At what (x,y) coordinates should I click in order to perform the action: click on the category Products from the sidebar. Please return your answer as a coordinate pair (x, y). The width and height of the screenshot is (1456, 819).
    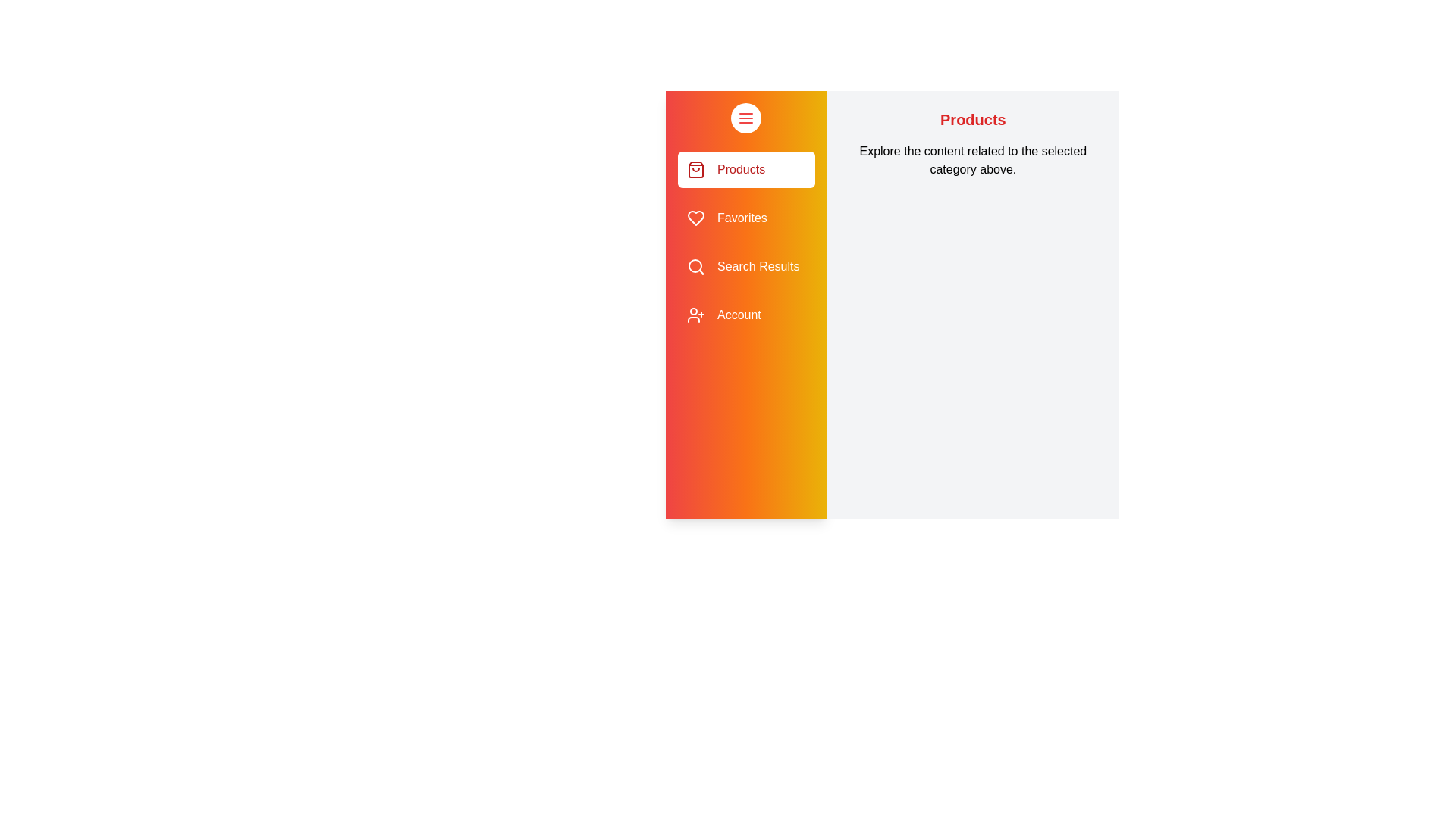
    Looking at the image, I should click on (745, 169).